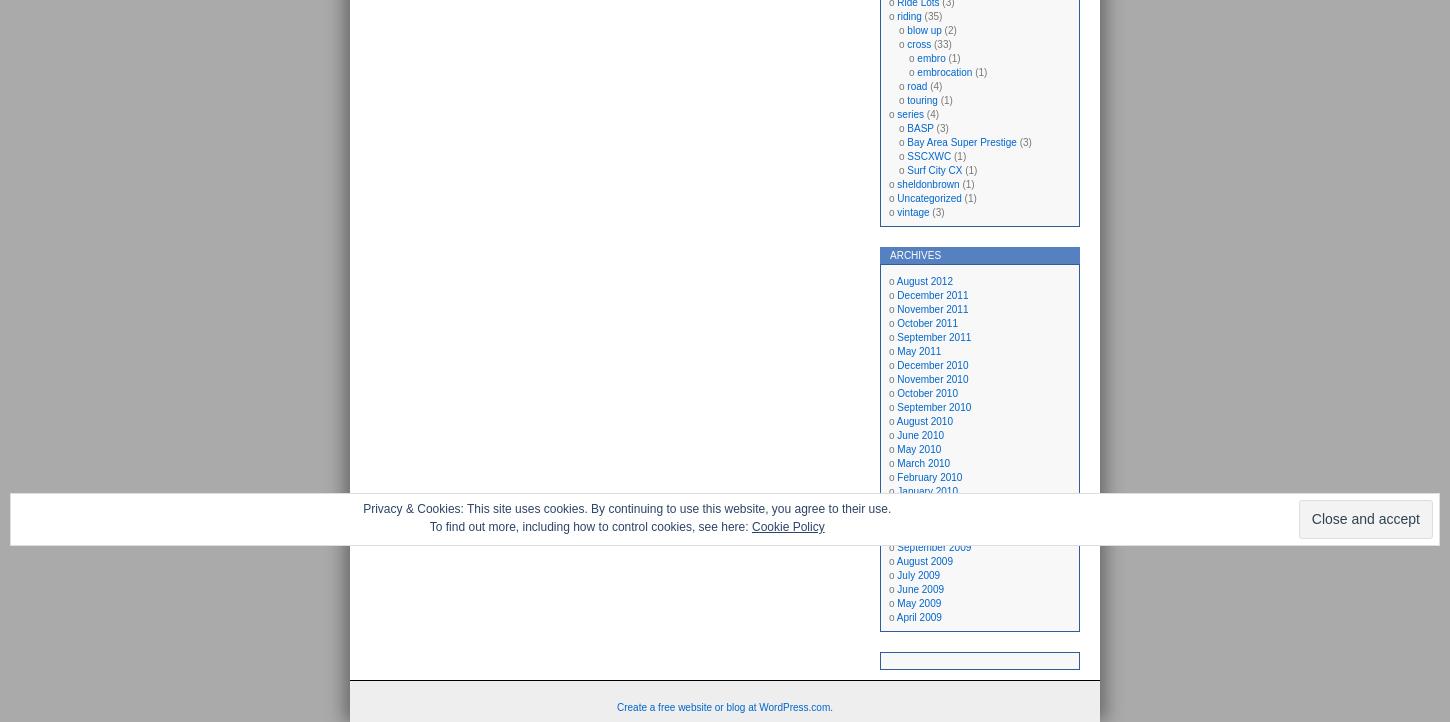  Describe the element at coordinates (895, 211) in the screenshot. I see `'vintage'` at that location.